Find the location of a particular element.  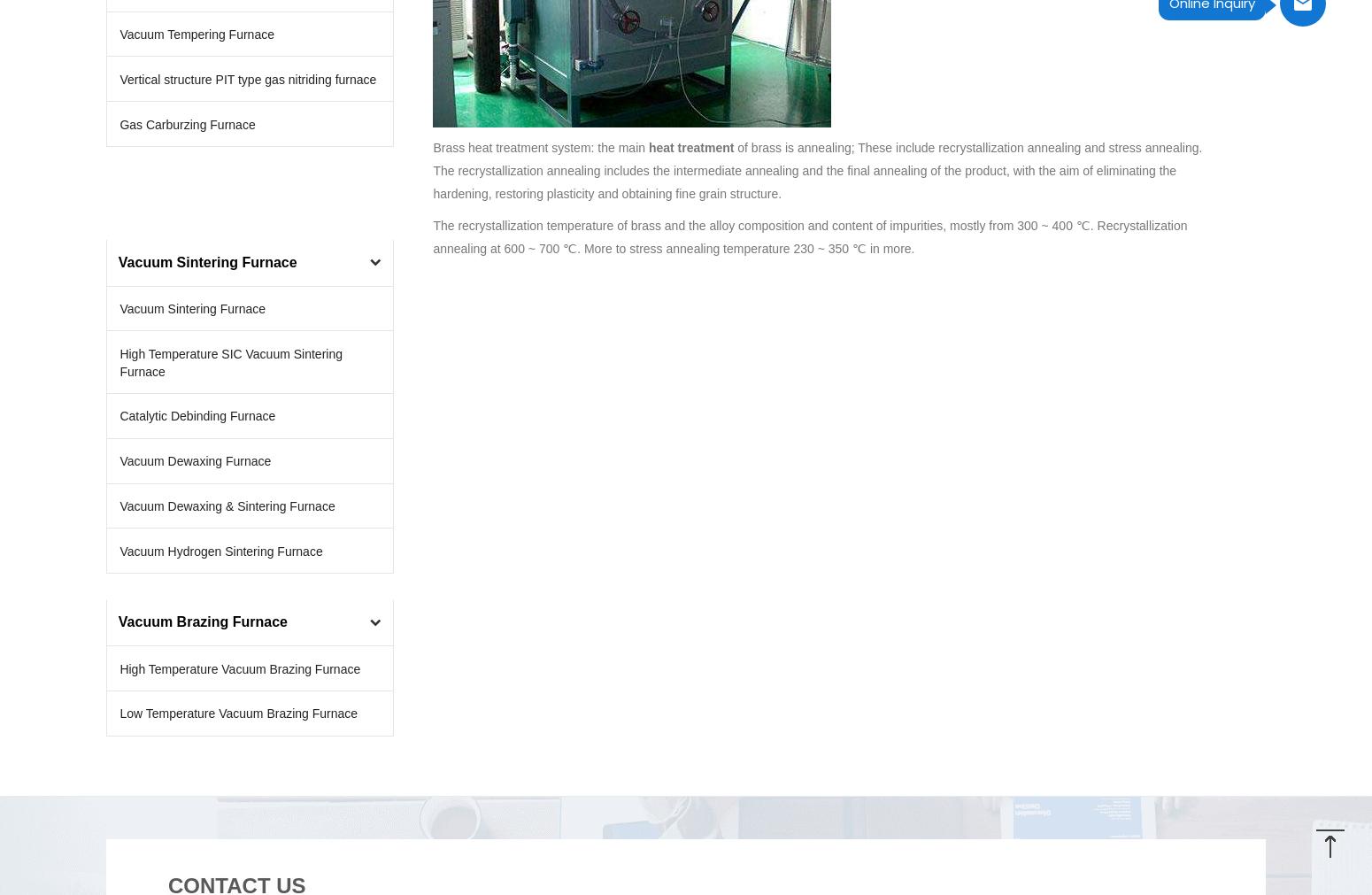

'Catalytic Debinding Furnace' is located at coordinates (197, 415).